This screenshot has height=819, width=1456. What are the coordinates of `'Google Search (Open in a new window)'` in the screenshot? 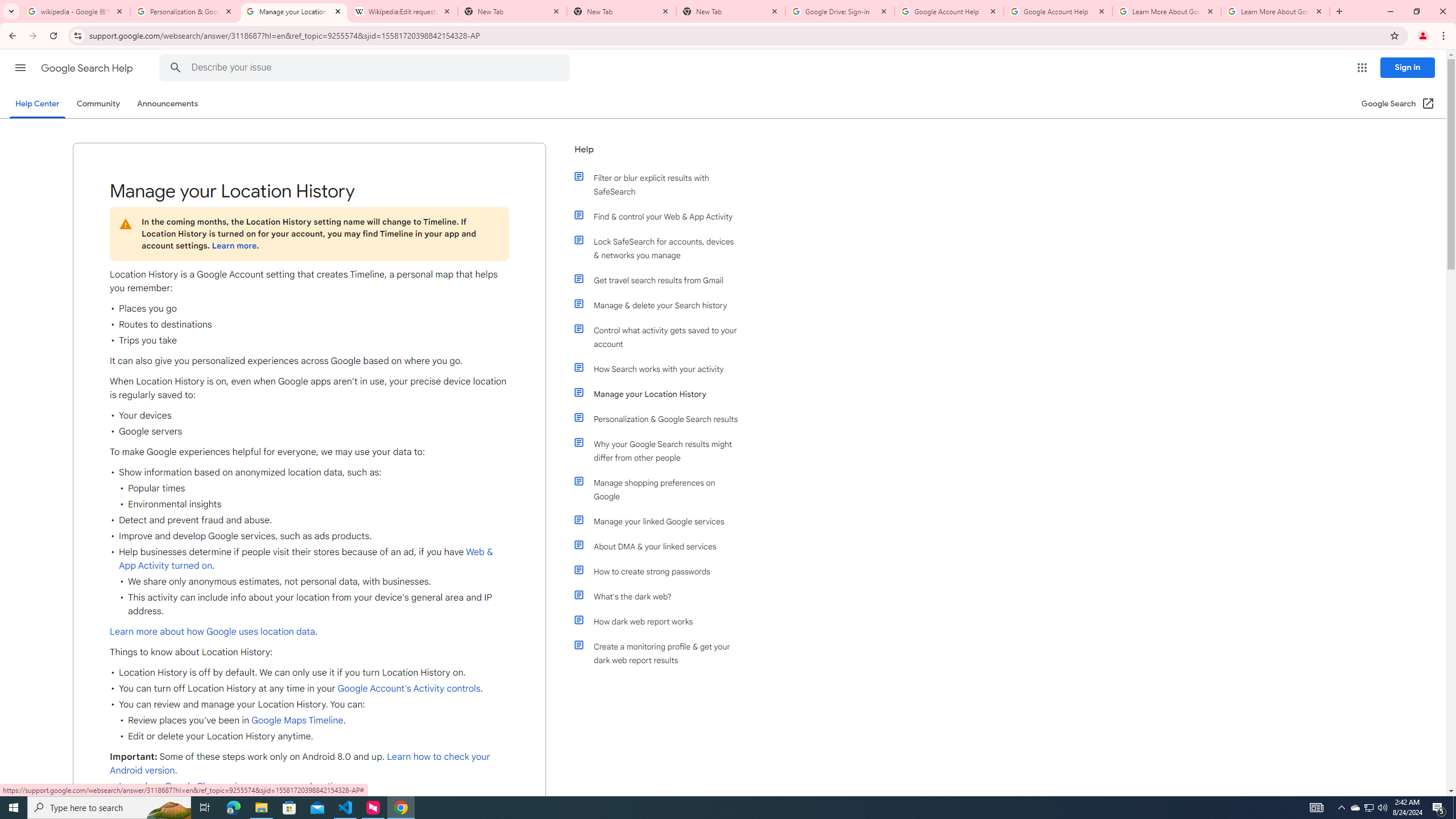 It's located at (1398, 103).